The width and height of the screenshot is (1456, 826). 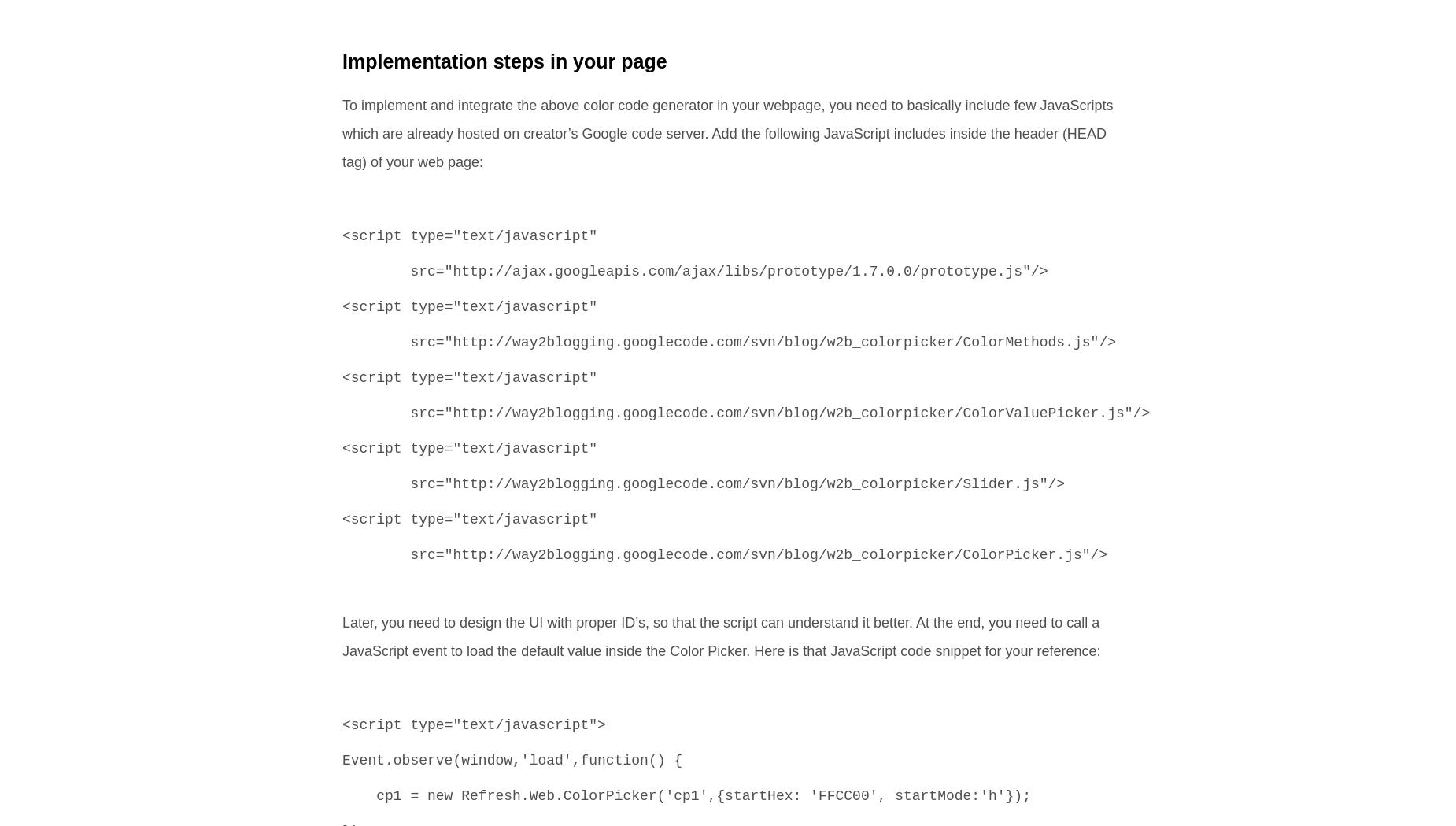 What do you see at coordinates (503, 796) in the screenshot?
I see `'cp1 = new Refresh.Web.ColorPicker('` at bounding box center [503, 796].